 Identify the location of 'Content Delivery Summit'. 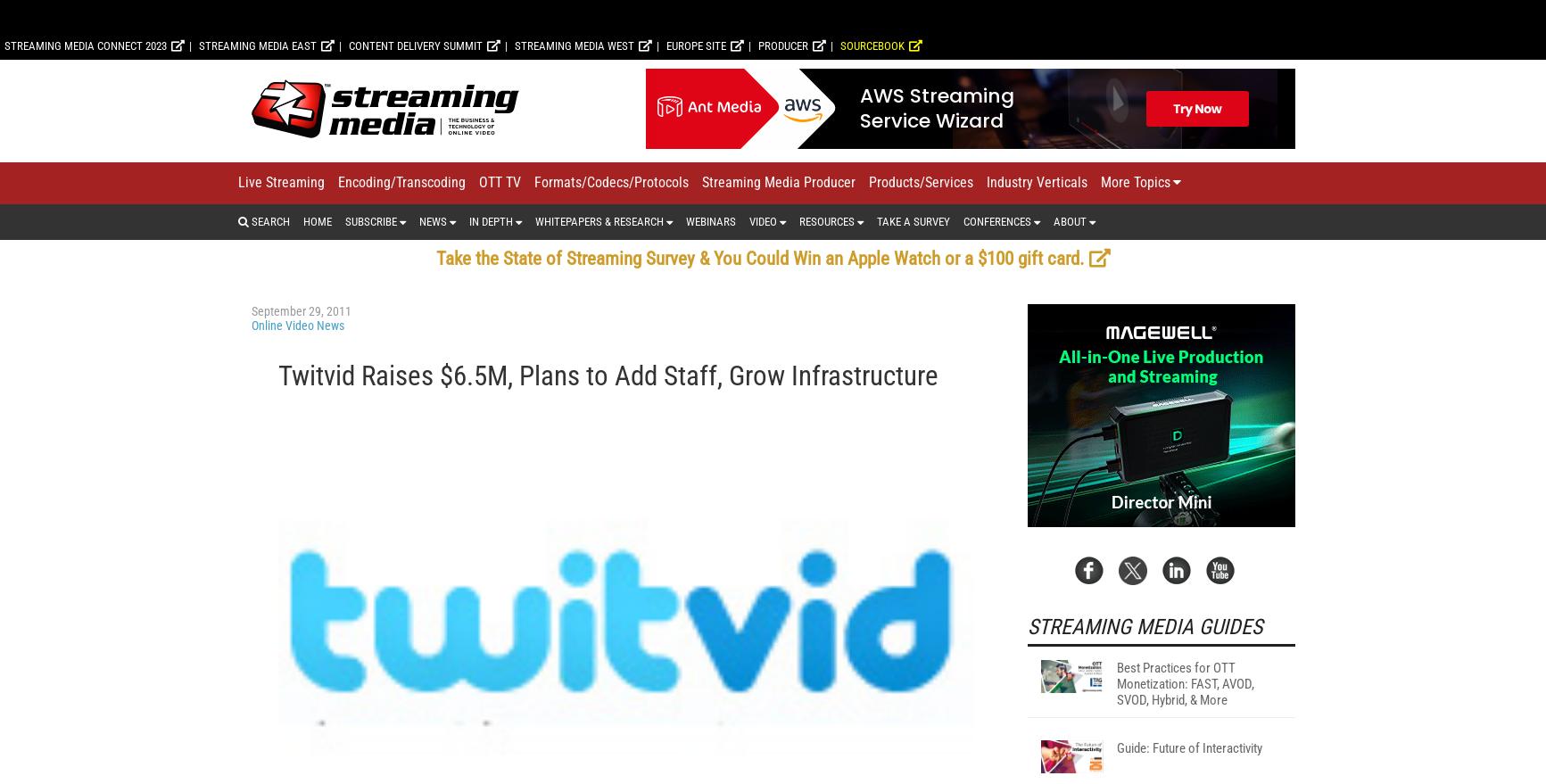
(347, 278).